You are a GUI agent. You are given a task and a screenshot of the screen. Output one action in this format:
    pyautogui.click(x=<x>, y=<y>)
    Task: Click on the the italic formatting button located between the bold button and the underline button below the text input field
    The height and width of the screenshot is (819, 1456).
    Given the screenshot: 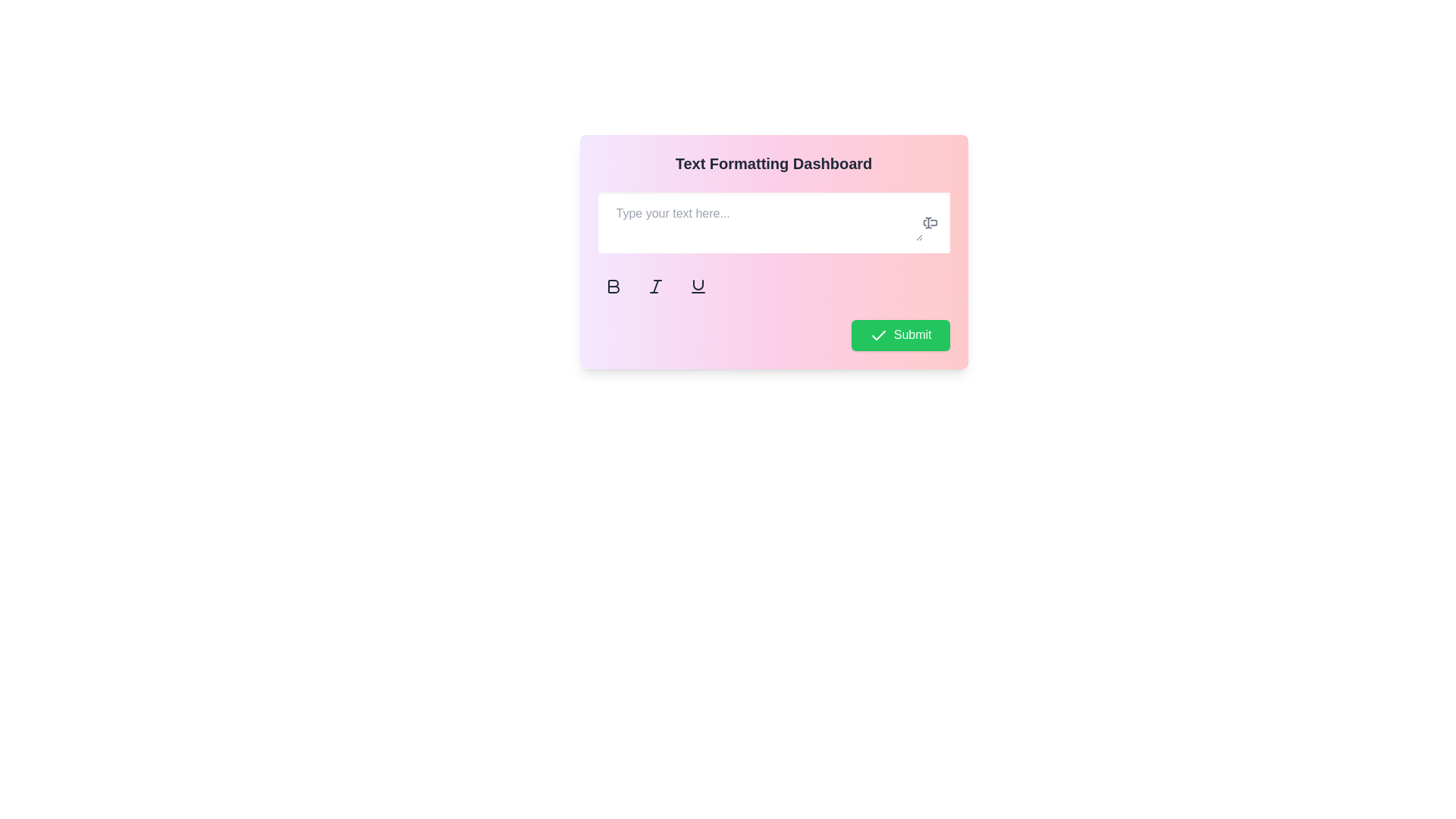 What is the action you would take?
    pyautogui.click(x=655, y=287)
    